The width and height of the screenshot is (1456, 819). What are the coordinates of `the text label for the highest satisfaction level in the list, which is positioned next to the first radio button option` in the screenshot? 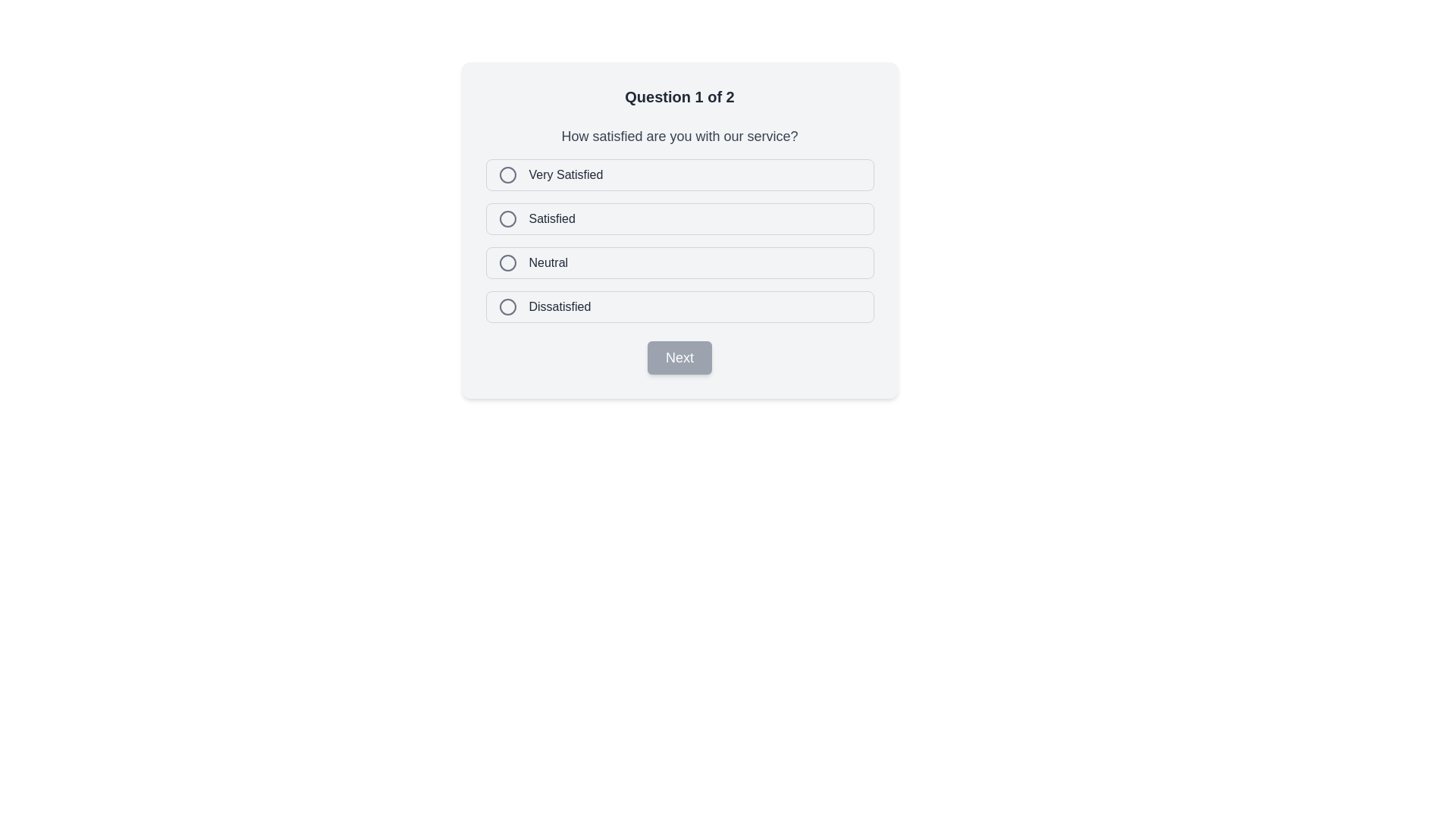 It's located at (565, 174).